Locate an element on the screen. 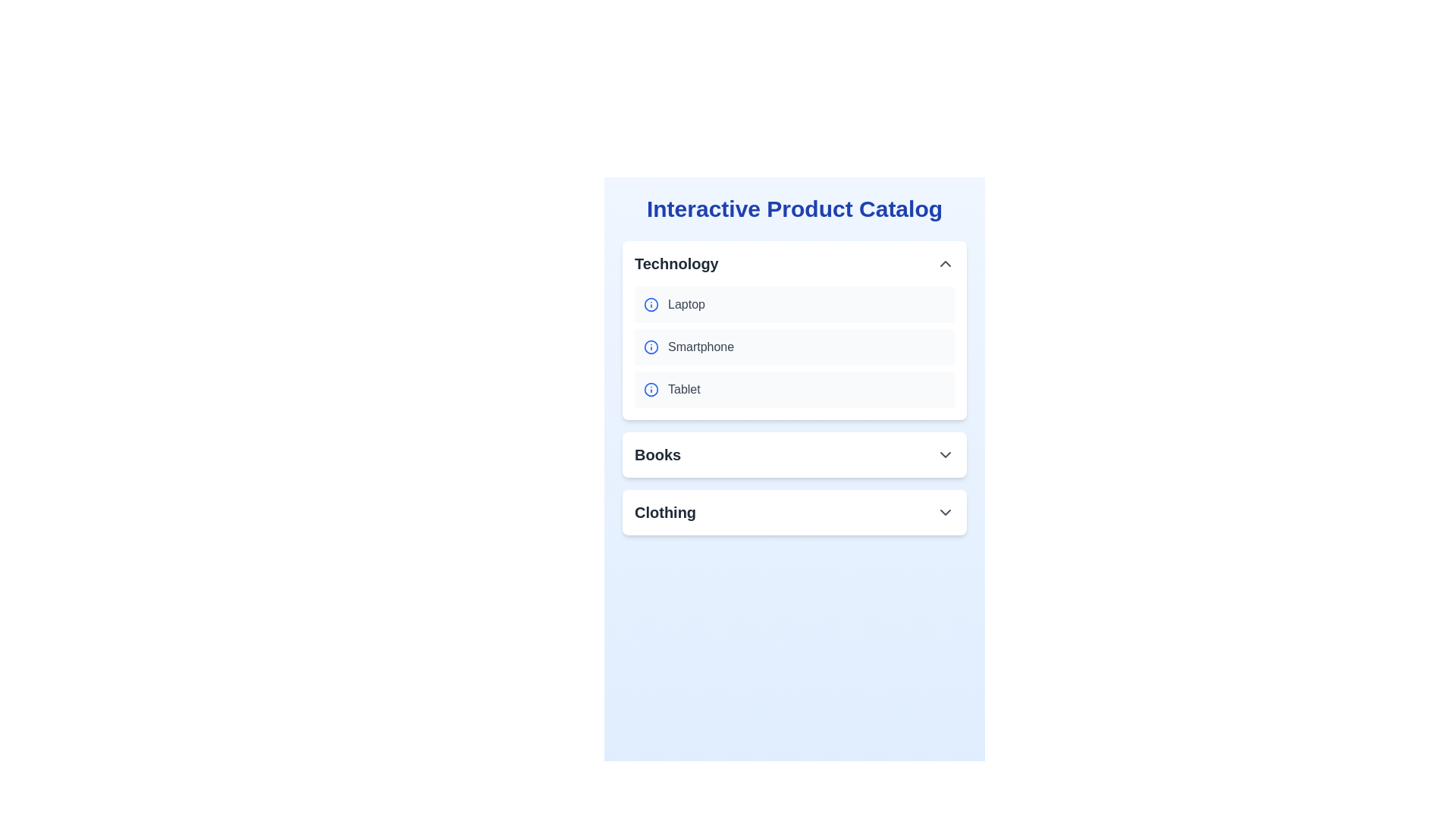 The image size is (1456, 819). the collapsible panel labeled 'Technology' which contains items 'Laptop', 'Smartphone', and 'Tablet' is located at coordinates (793, 329).